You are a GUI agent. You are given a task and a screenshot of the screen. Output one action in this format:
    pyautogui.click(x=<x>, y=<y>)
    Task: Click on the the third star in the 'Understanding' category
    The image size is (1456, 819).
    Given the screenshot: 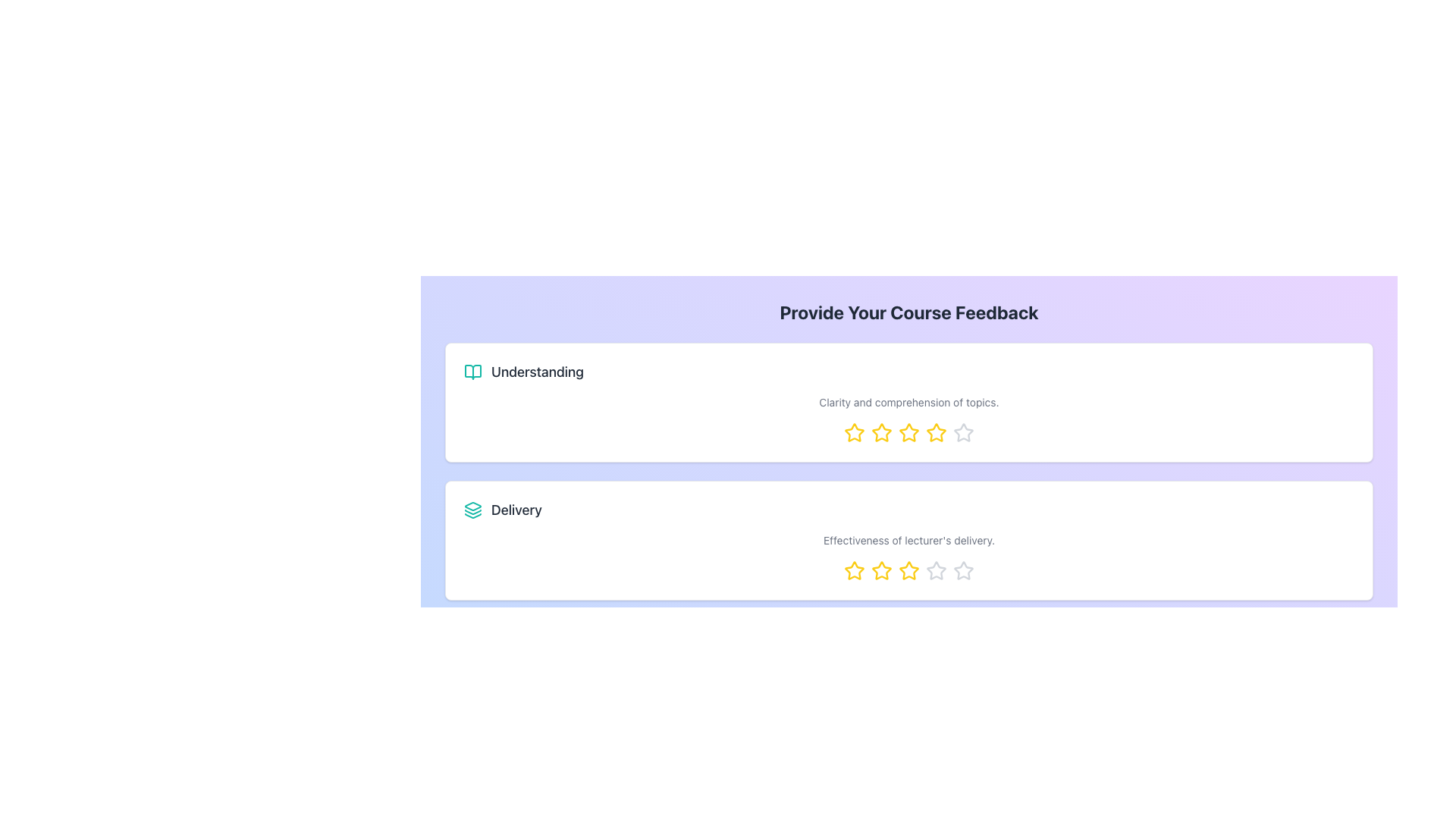 What is the action you would take?
    pyautogui.click(x=881, y=432)
    